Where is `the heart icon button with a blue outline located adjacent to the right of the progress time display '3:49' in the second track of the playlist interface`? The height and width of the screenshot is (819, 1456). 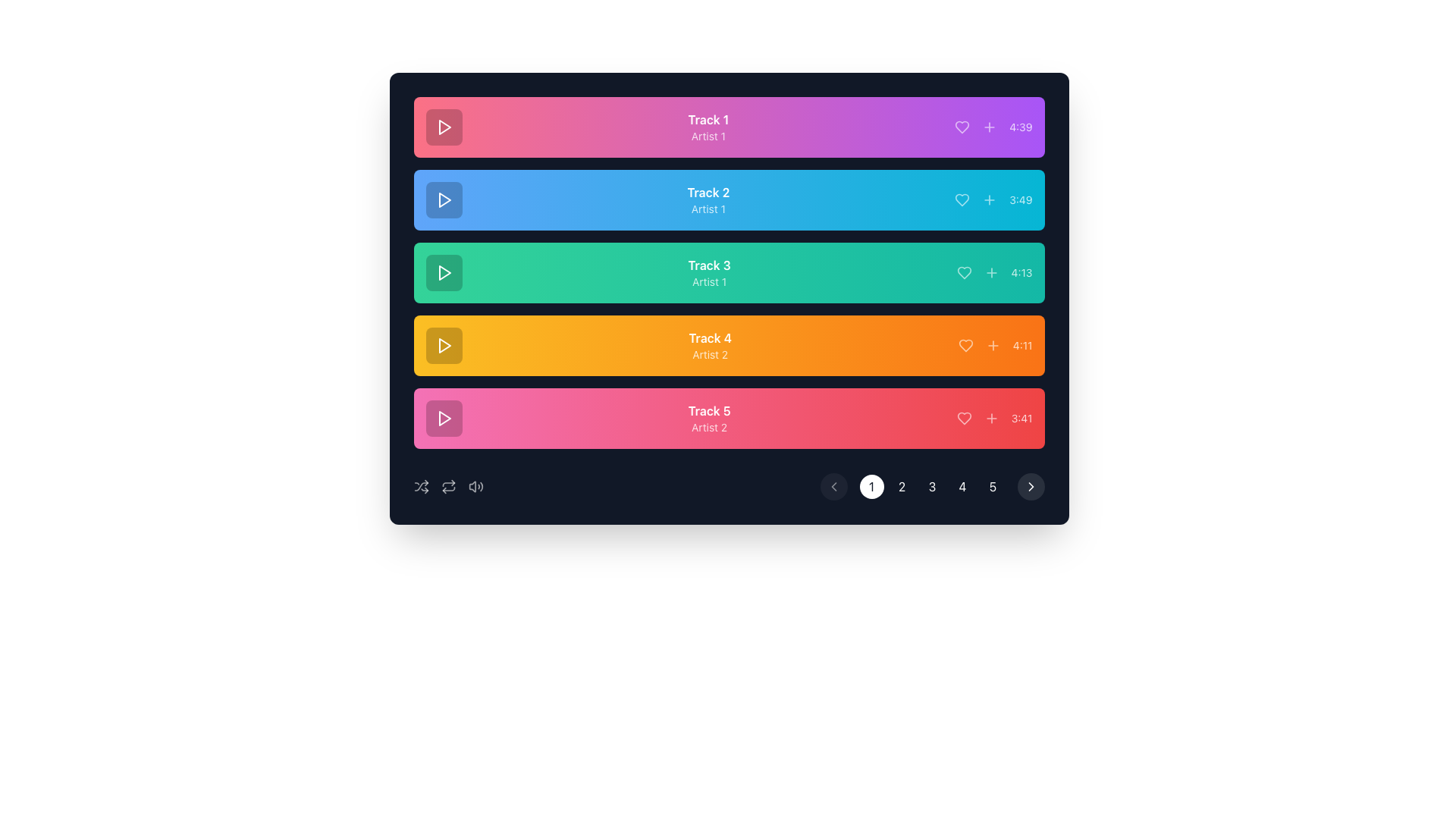
the heart icon button with a blue outline located adjacent to the right of the progress time display '3:49' in the second track of the playlist interface is located at coordinates (962, 199).